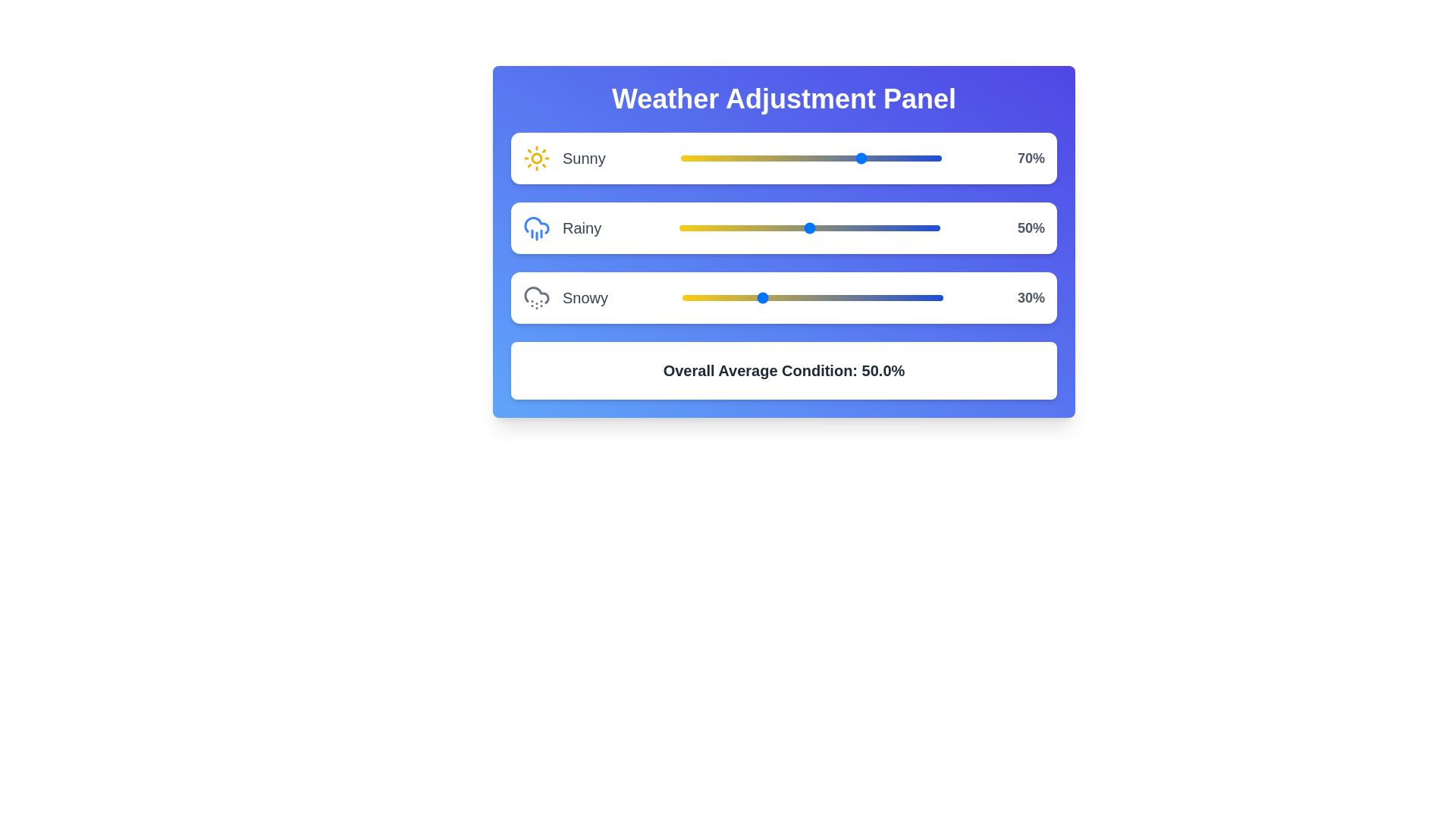  I want to click on the snowy condition percentage, so click(825, 298).